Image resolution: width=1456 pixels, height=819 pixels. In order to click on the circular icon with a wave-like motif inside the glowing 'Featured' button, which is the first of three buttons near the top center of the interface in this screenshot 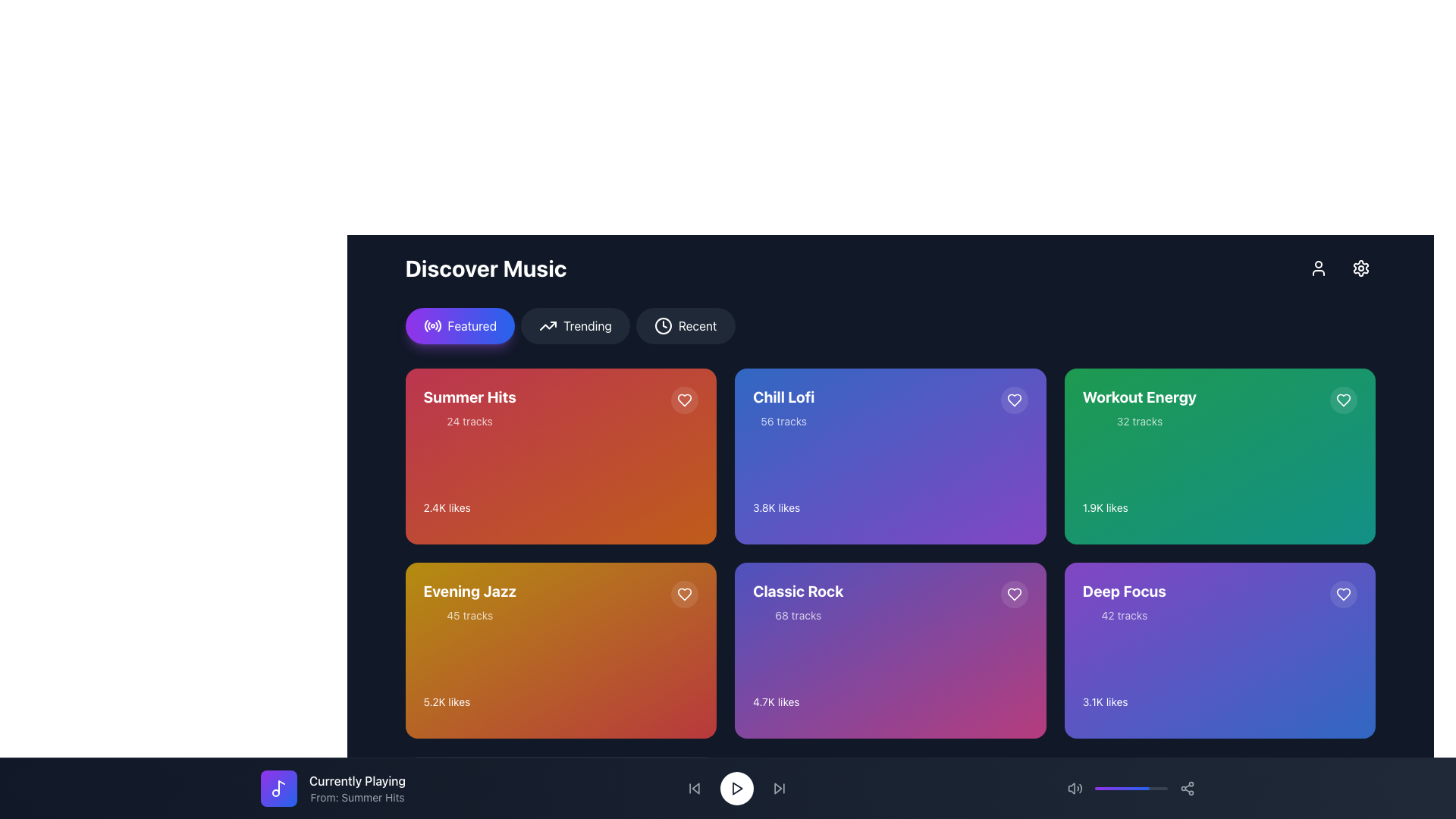, I will do `click(431, 325)`.